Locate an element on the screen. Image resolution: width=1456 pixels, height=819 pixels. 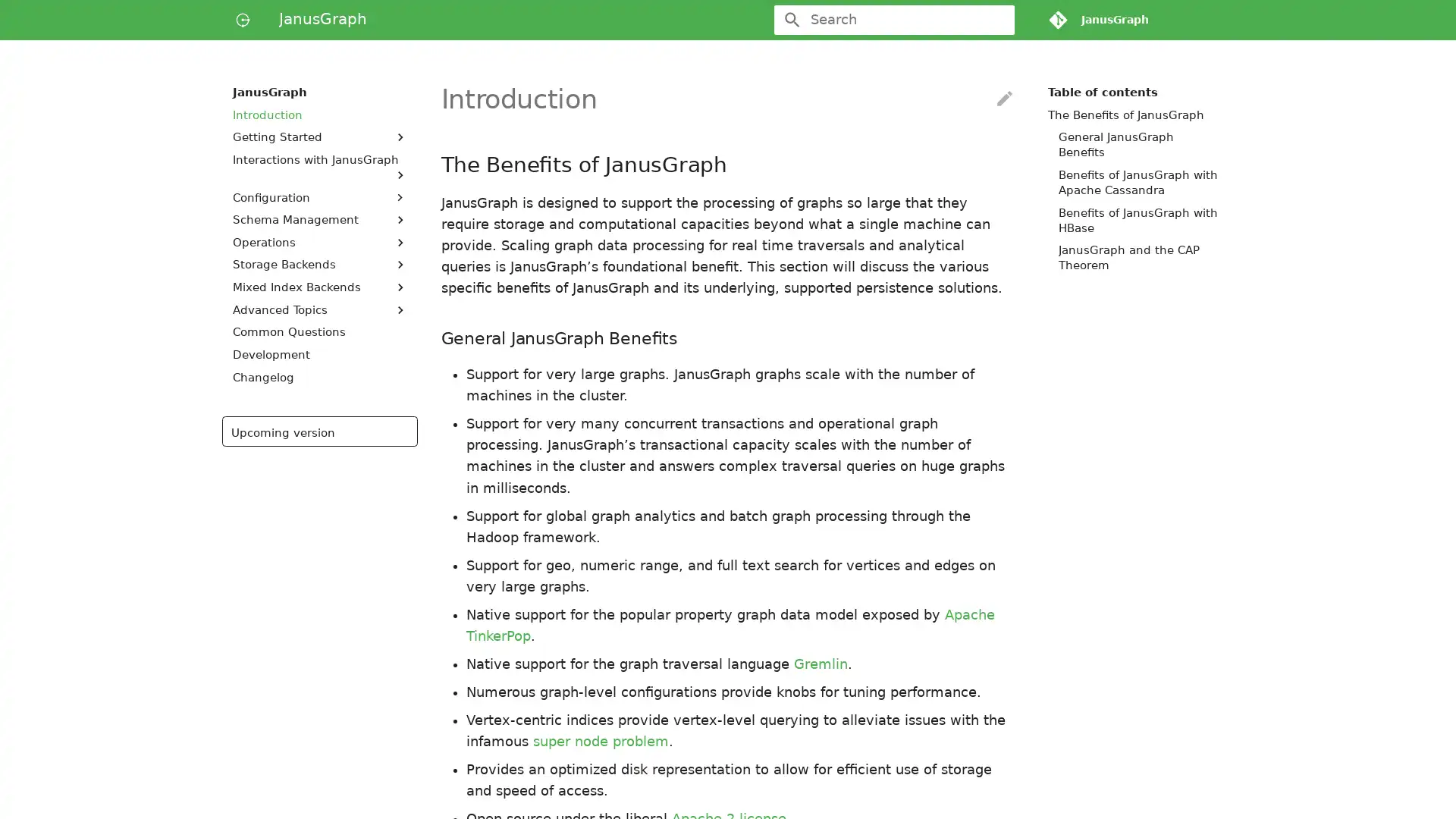
Clear is located at coordinates (996, 20).